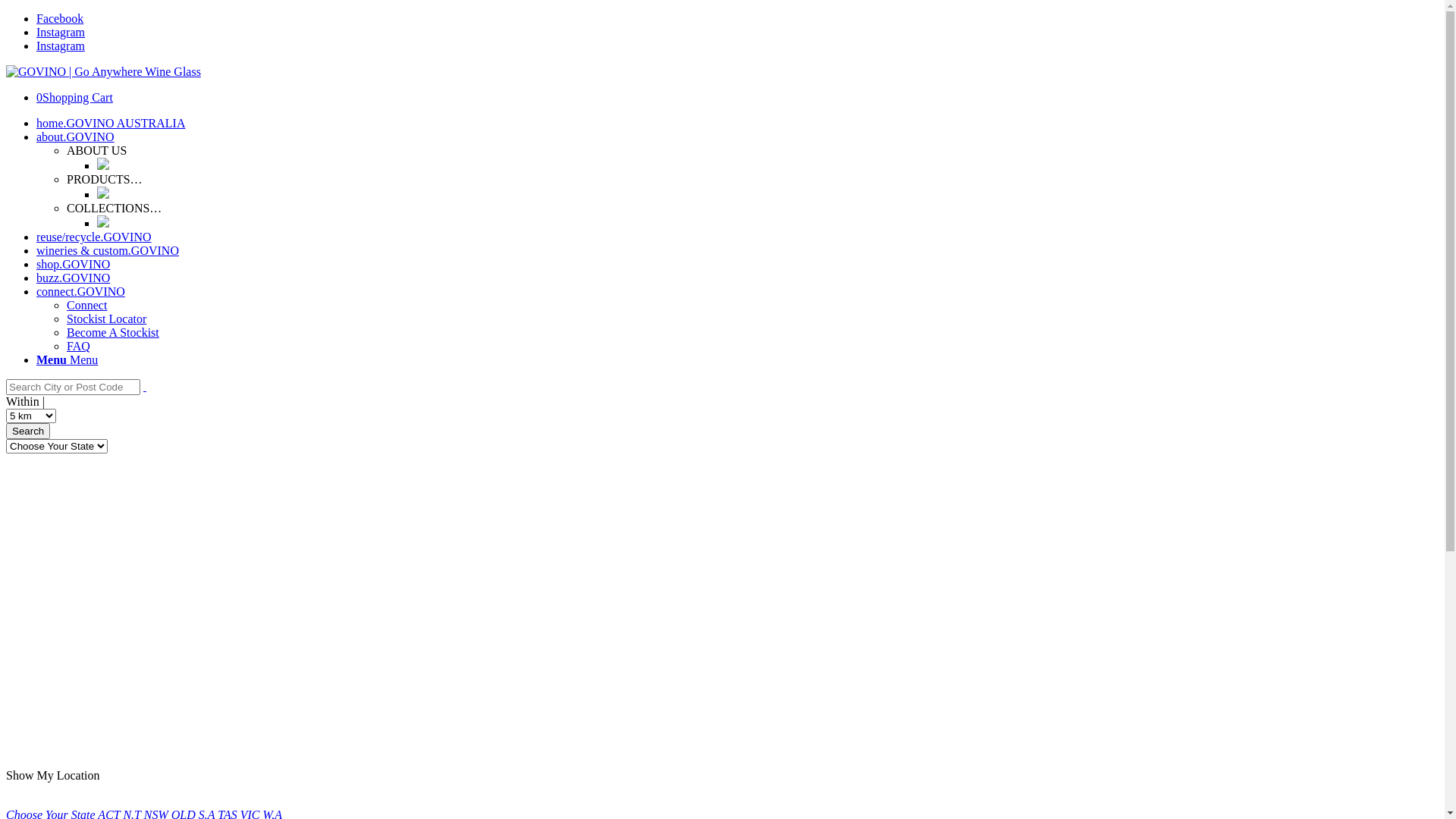  What do you see at coordinates (111, 331) in the screenshot?
I see `'Become A Stockist'` at bounding box center [111, 331].